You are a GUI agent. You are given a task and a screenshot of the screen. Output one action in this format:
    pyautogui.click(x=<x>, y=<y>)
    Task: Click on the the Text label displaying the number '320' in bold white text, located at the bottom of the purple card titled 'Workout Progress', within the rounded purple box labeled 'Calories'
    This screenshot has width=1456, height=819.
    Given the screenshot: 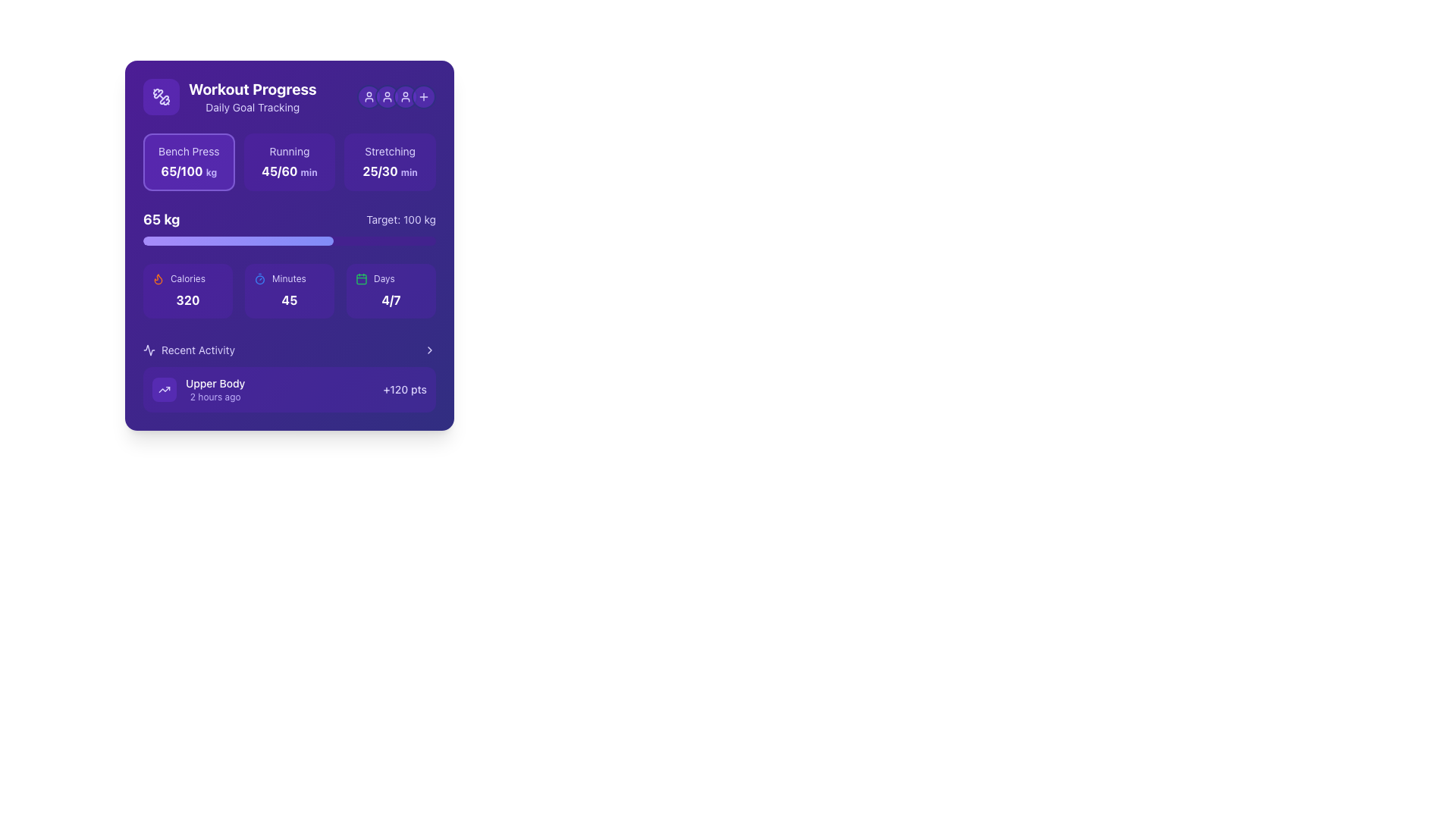 What is the action you would take?
    pyautogui.click(x=187, y=300)
    